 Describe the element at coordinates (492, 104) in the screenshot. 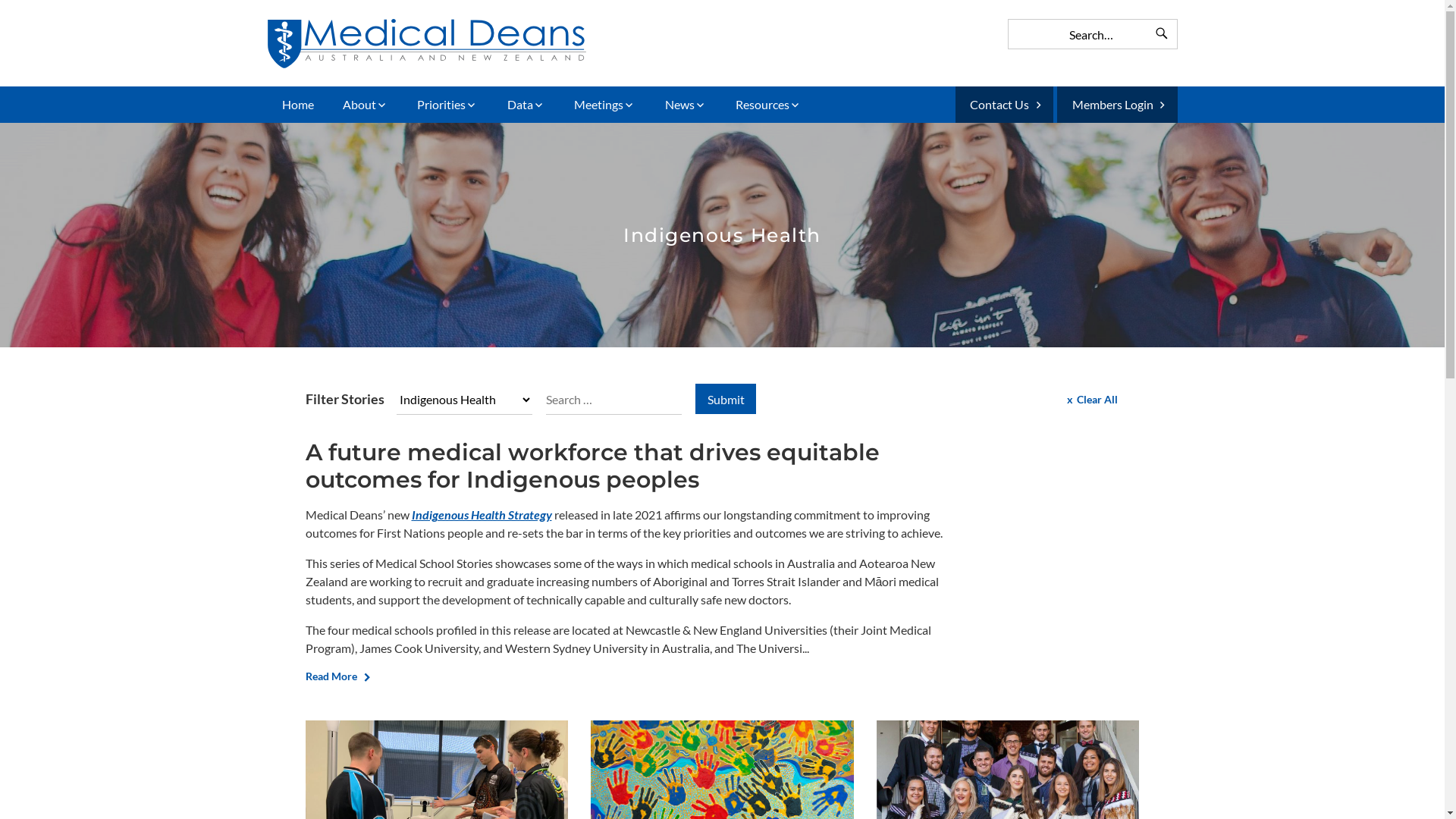

I see `'Data'` at that location.